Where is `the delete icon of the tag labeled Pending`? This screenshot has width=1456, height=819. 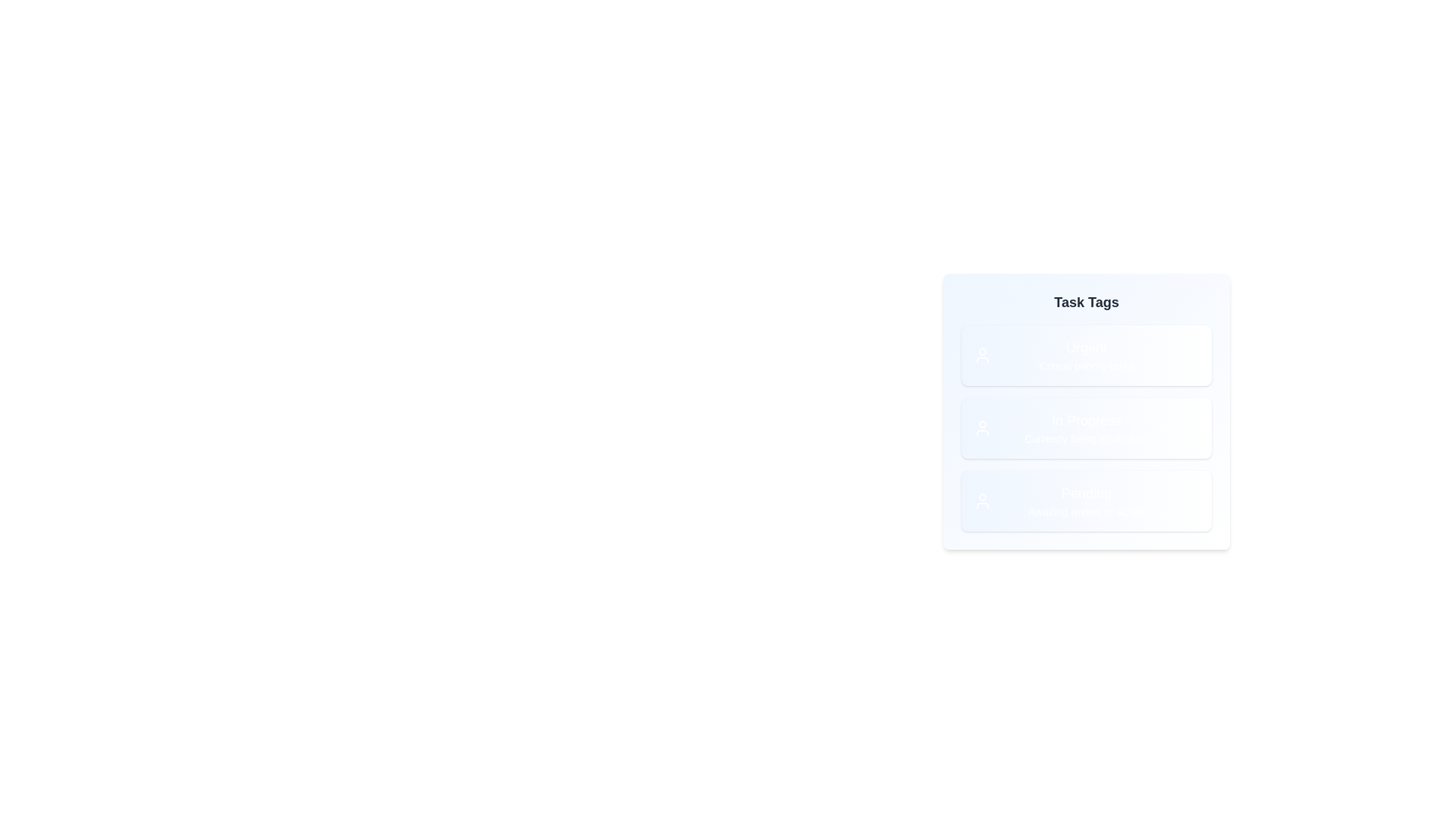
the delete icon of the tag labeled Pending is located at coordinates (1189, 500).